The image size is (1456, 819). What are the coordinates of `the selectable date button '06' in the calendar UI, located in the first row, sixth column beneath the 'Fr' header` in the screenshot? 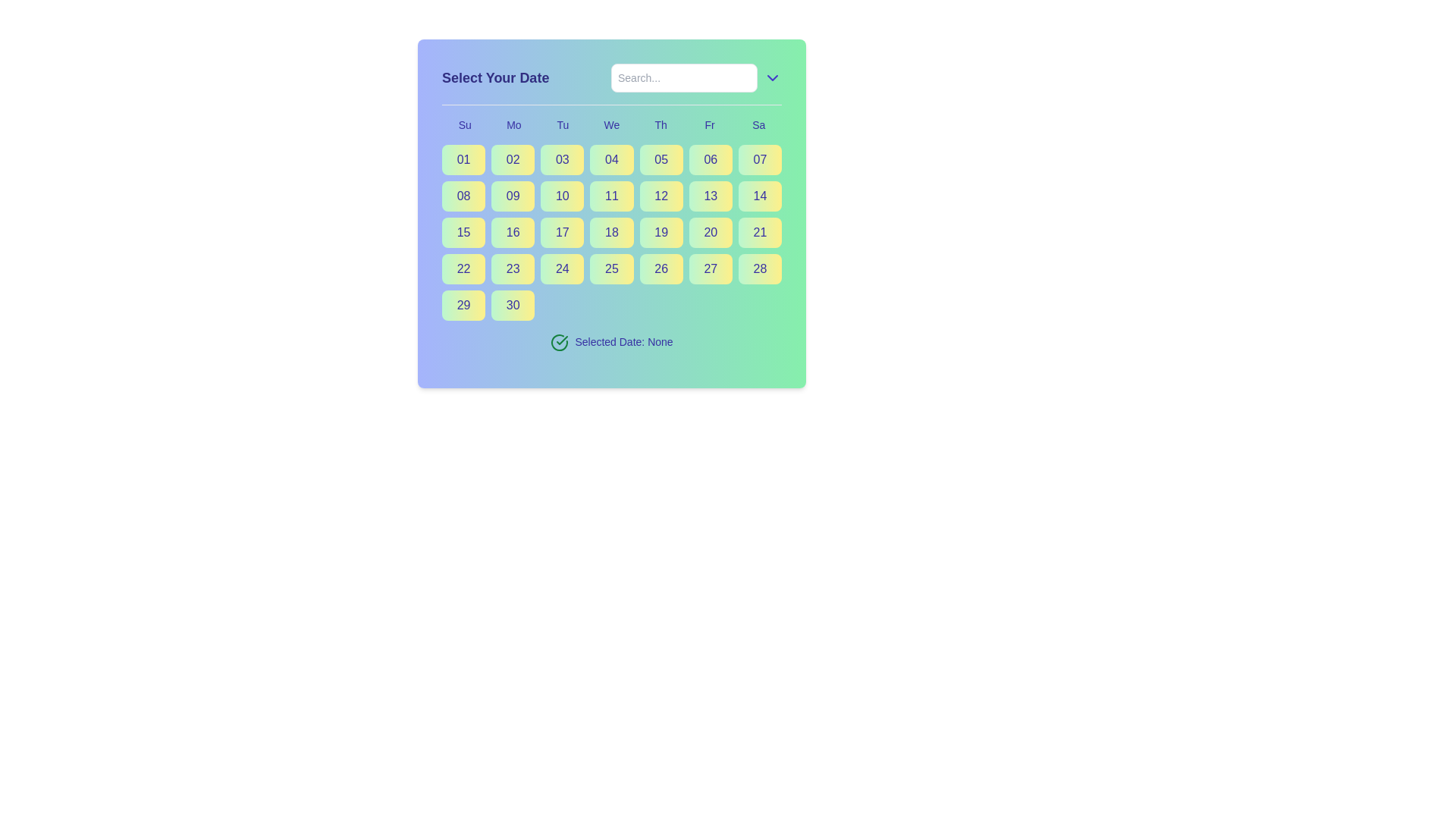 It's located at (709, 160).